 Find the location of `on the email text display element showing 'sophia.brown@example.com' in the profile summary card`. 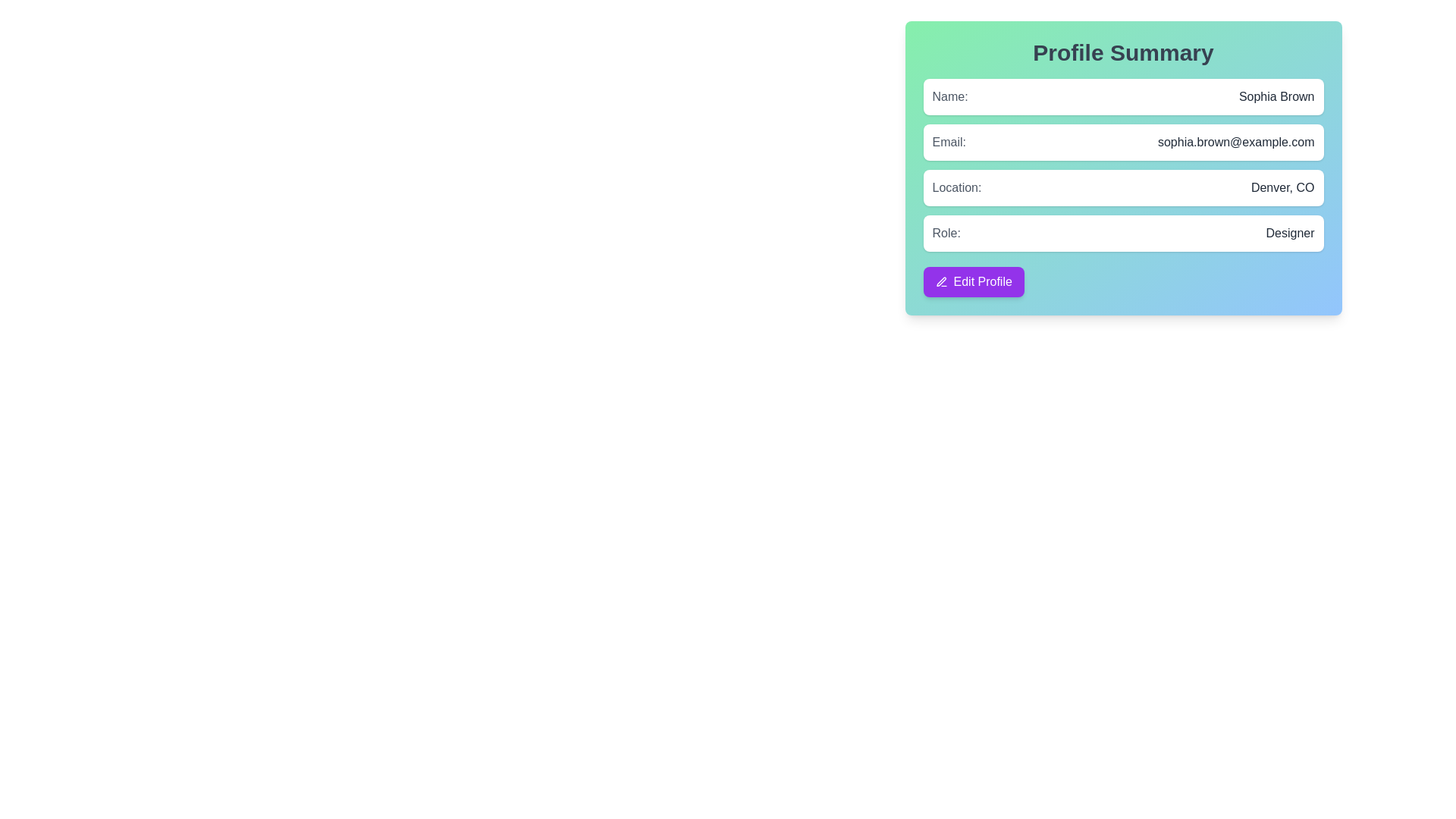

on the email text display element showing 'sophia.brown@example.com' in the profile summary card is located at coordinates (1236, 143).